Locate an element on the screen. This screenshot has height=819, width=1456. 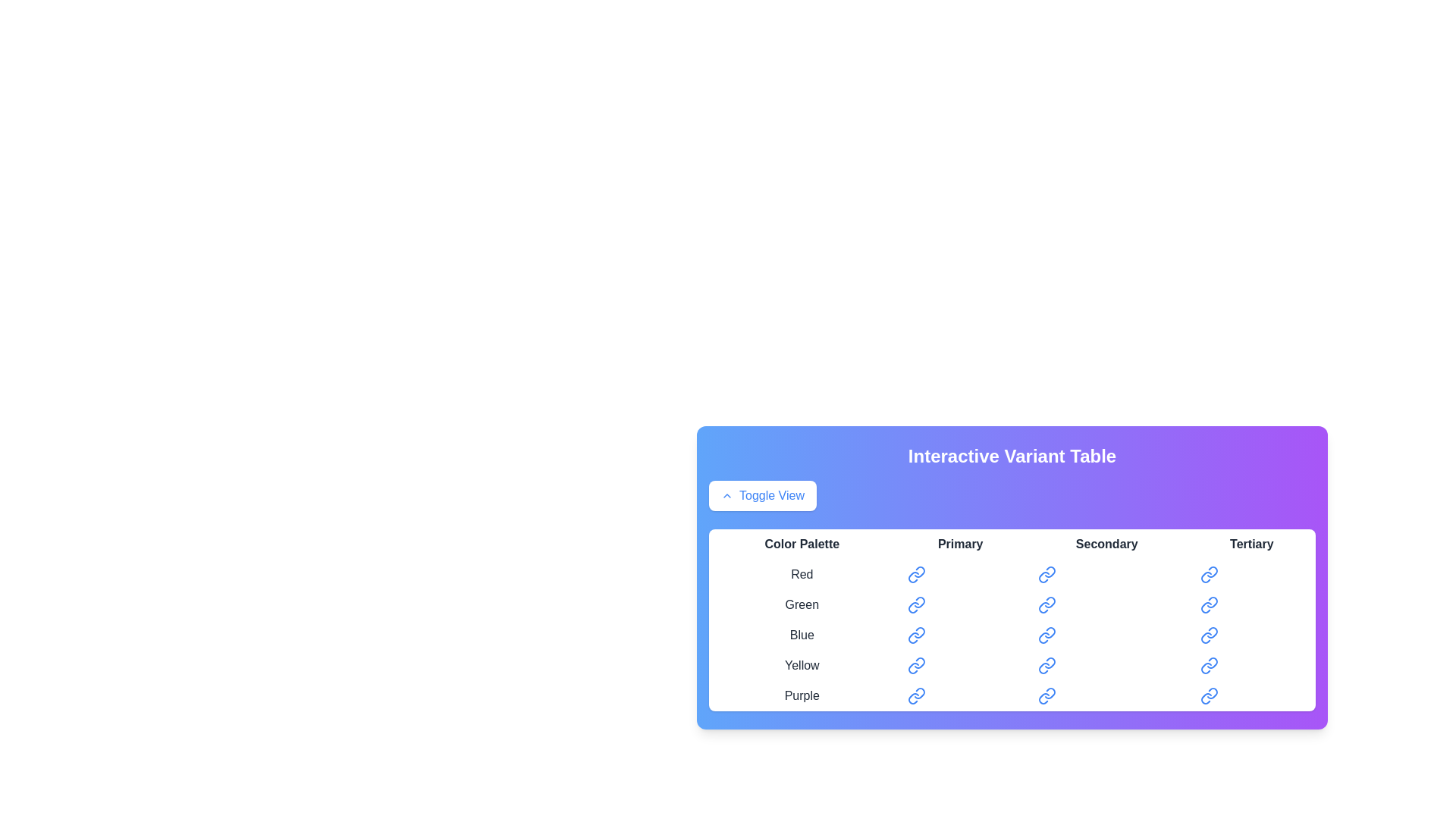
the table cell in the 'Interactive Variant Table' located in the fifth row of the 'Primary' column corresponding to the 'Purple' color palette is located at coordinates (959, 696).